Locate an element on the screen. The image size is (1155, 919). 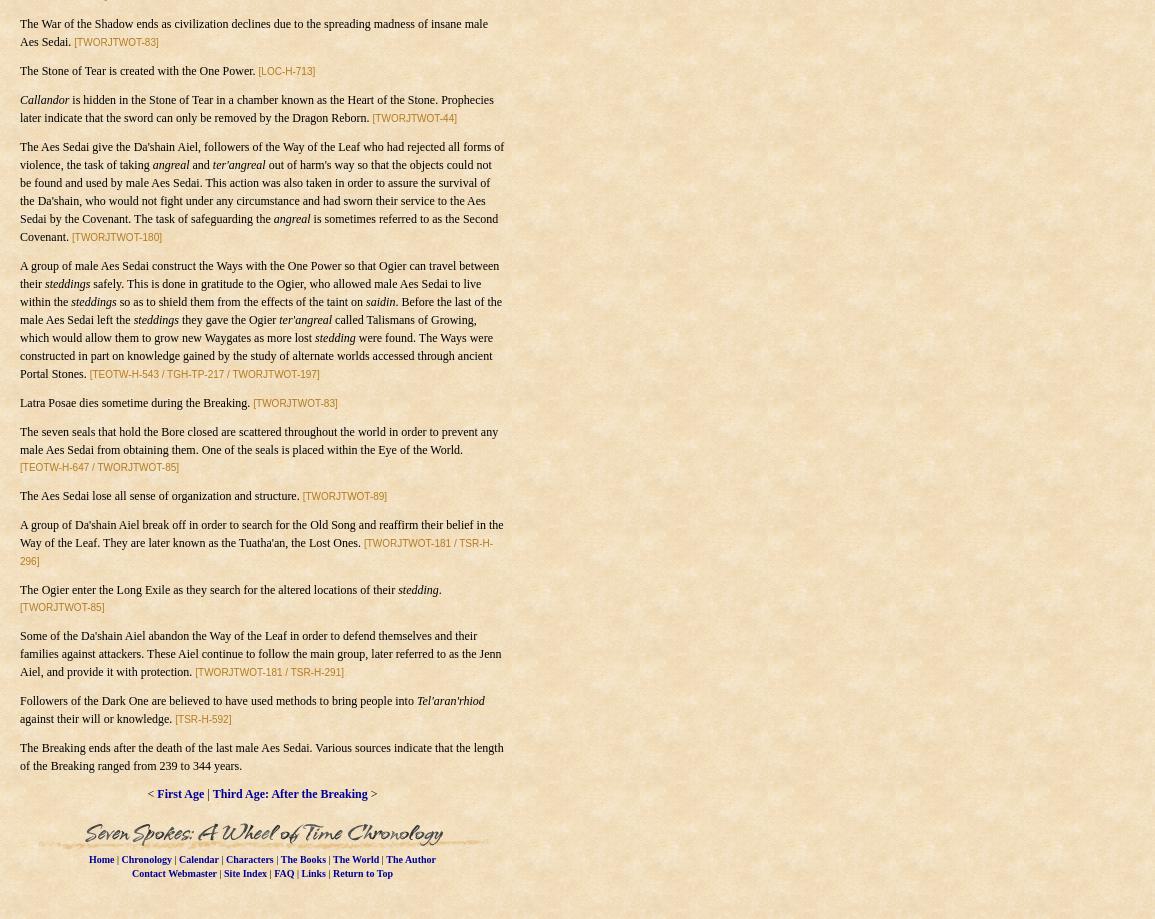
'Tel'aran'rhiod' is located at coordinates (416, 700).